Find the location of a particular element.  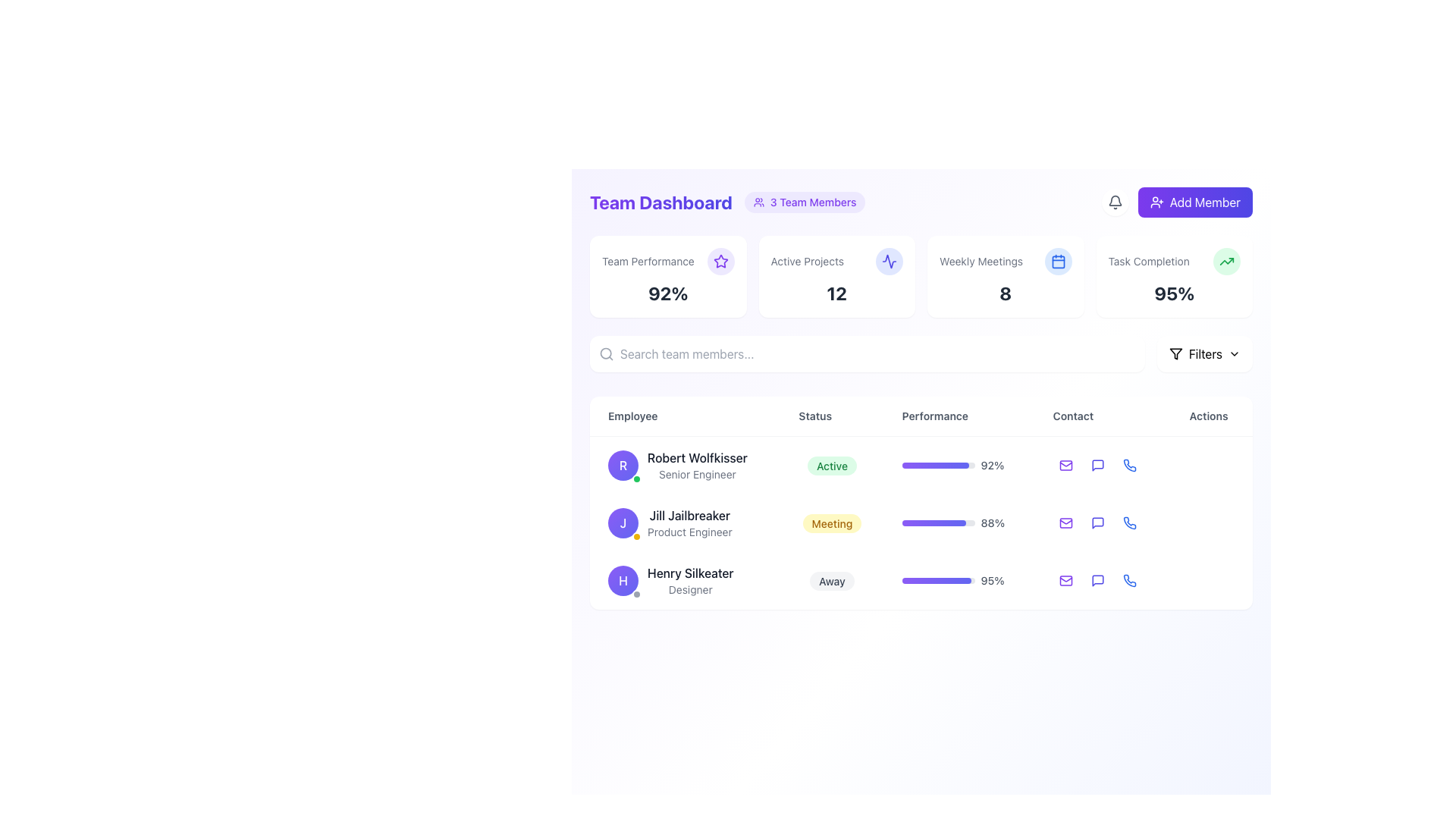

the status indicator label for employee Robert Wolfkisser in the Status column of the Team Dashboard table is located at coordinates (831, 465).